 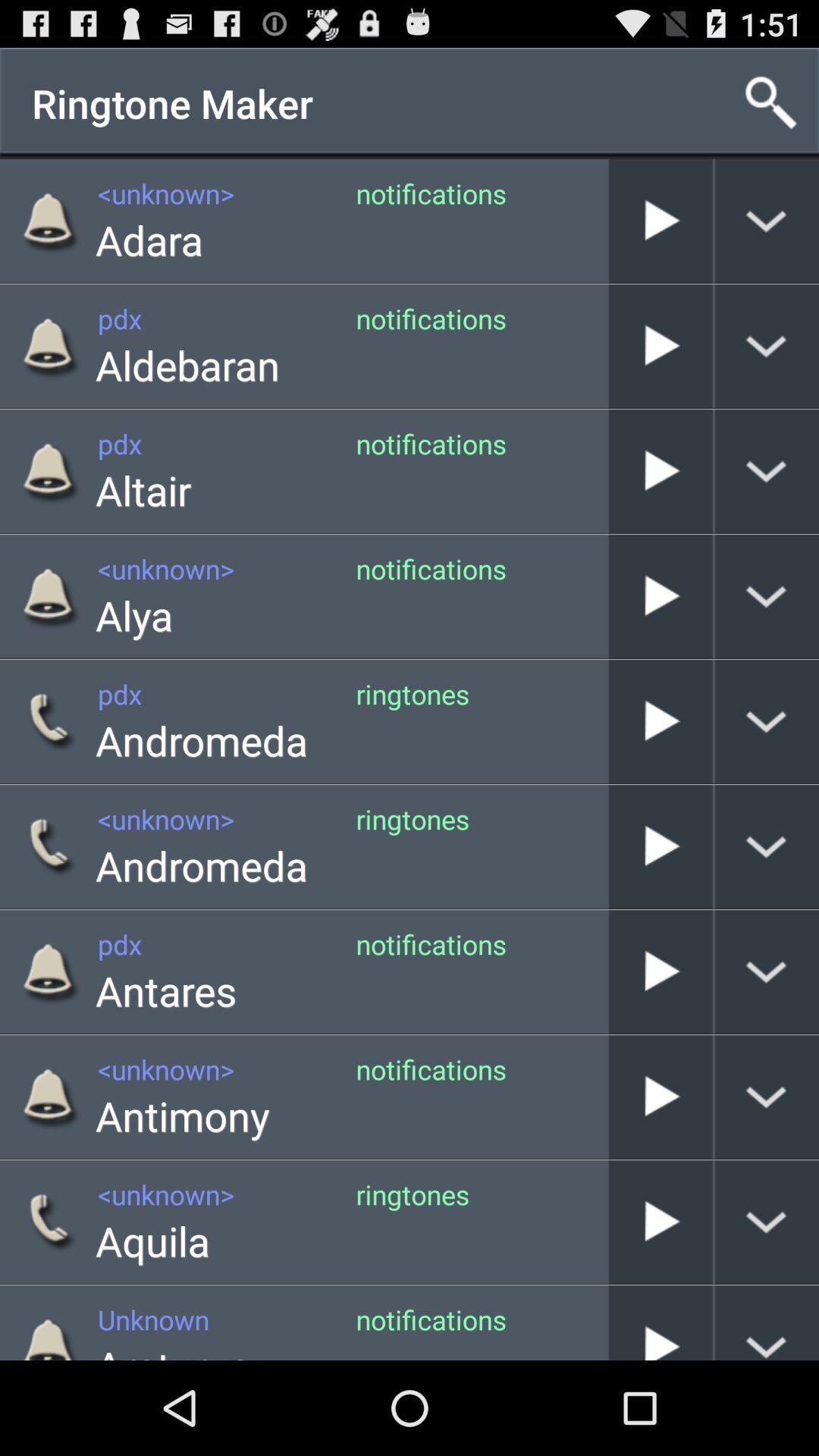 I want to click on item to the left of notifications, so click(x=181, y=1116).